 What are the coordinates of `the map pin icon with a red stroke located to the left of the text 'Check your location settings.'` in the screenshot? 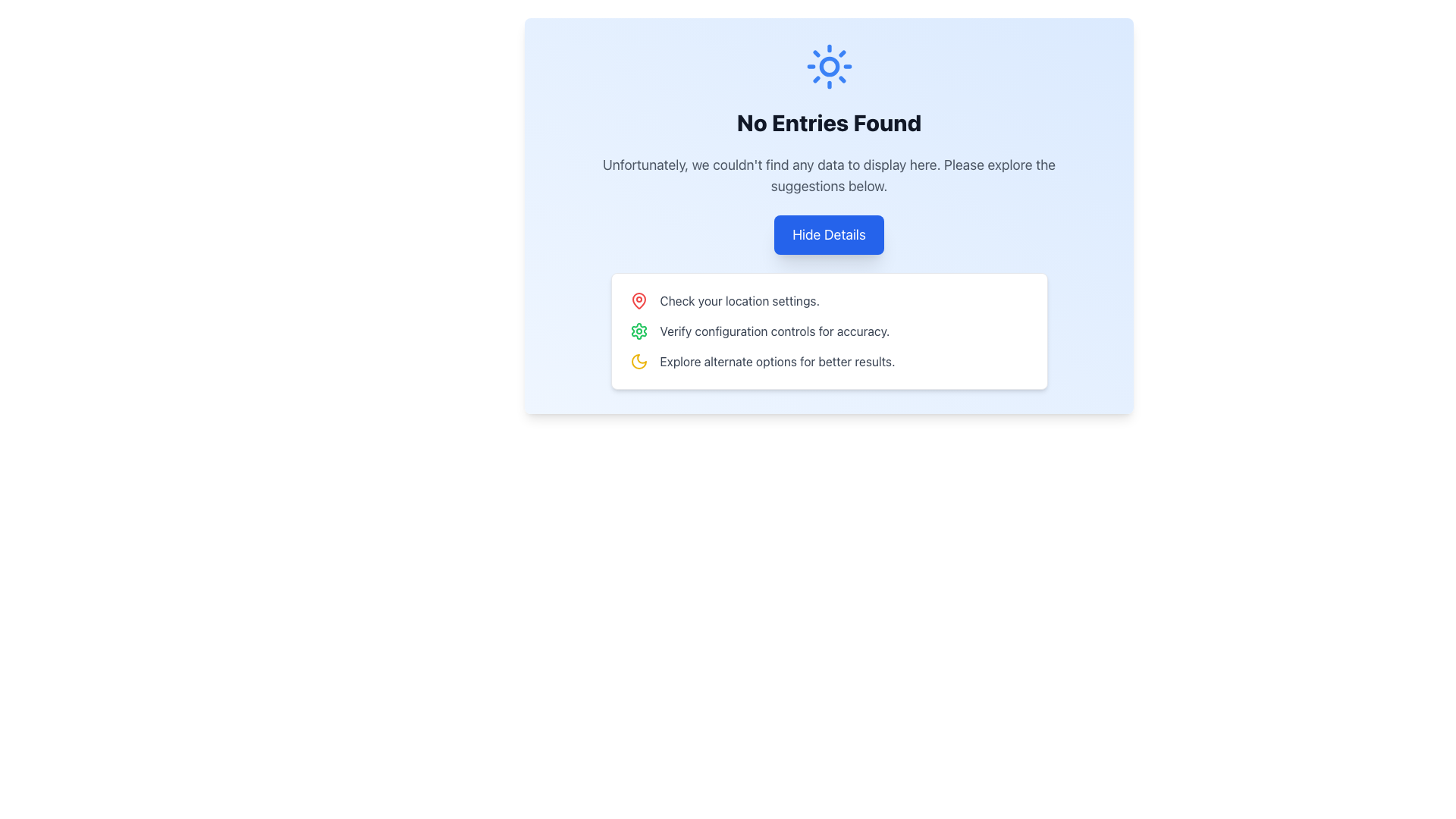 It's located at (639, 301).